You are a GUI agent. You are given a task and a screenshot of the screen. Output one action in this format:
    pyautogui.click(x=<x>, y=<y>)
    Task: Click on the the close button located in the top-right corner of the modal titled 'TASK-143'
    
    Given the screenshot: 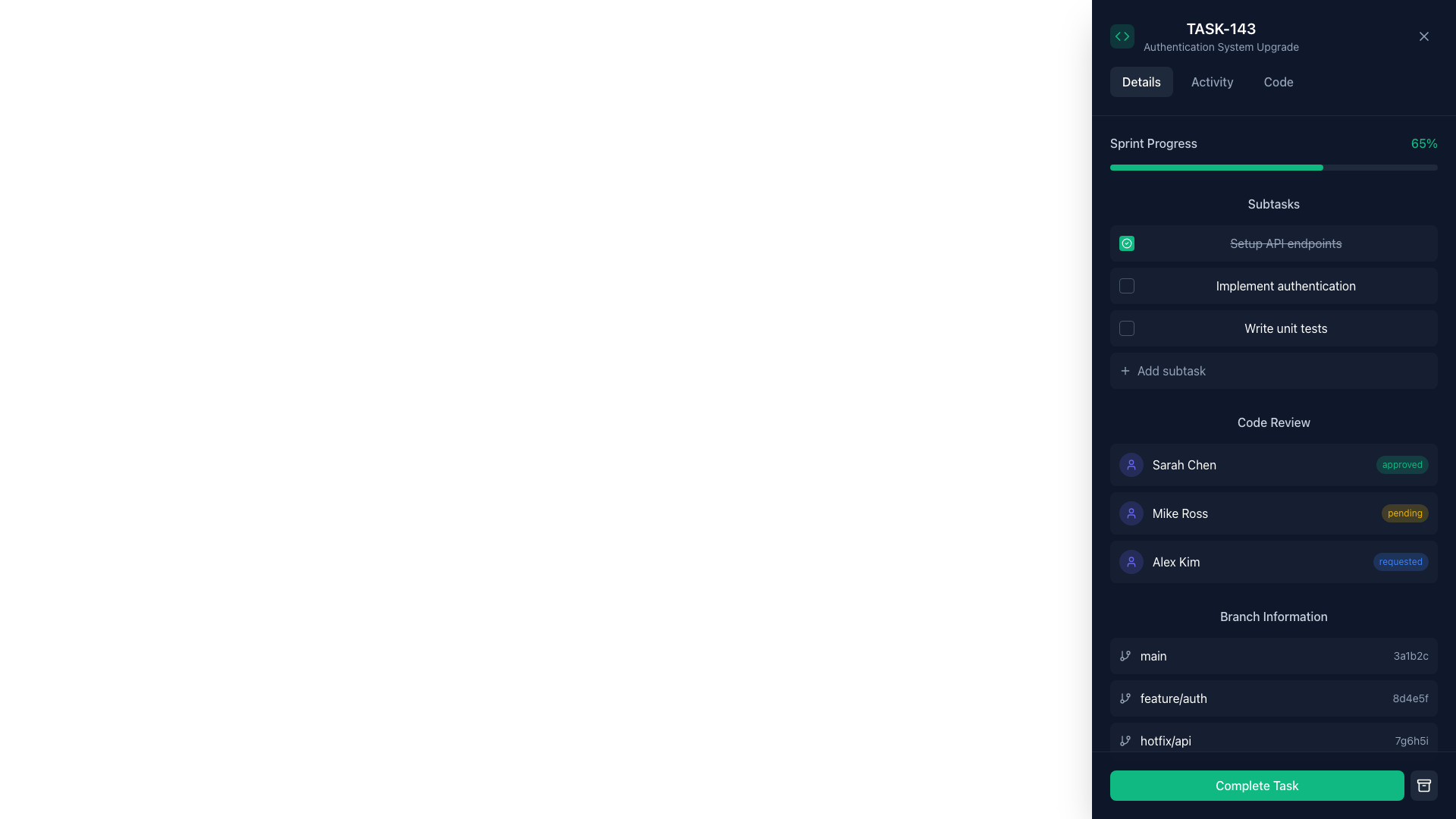 What is the action you would take?
    pyautogui.click(x=1423, y=35)
    